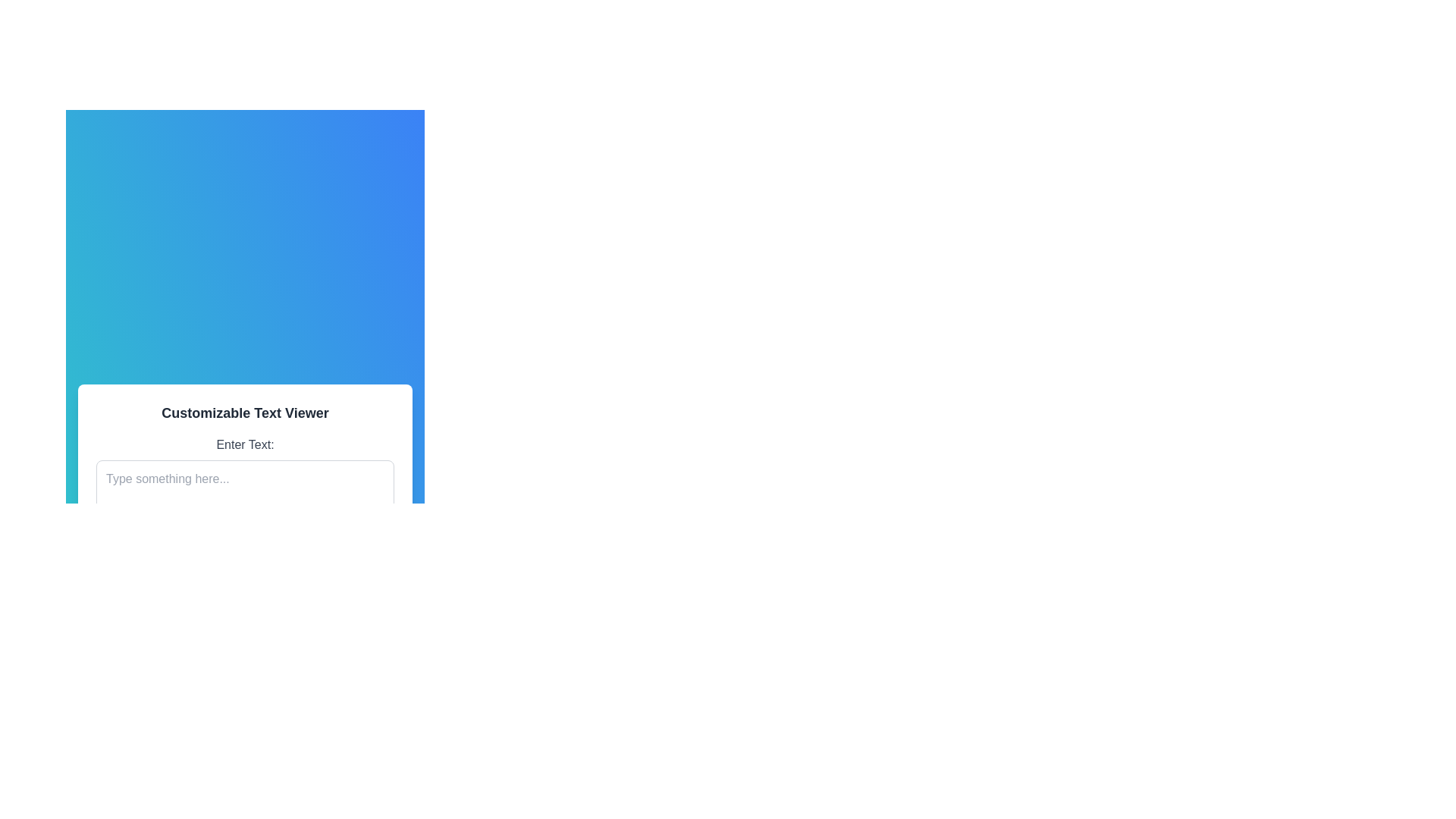 Image resolution: width=1456 pixels, height=819 pixels. Describe the element at coordinates (245, 444) in the screenshot. I see `text label located in the 'Customizable Text Viewer' section, positioned between the title and the adjacent input field` at that location.